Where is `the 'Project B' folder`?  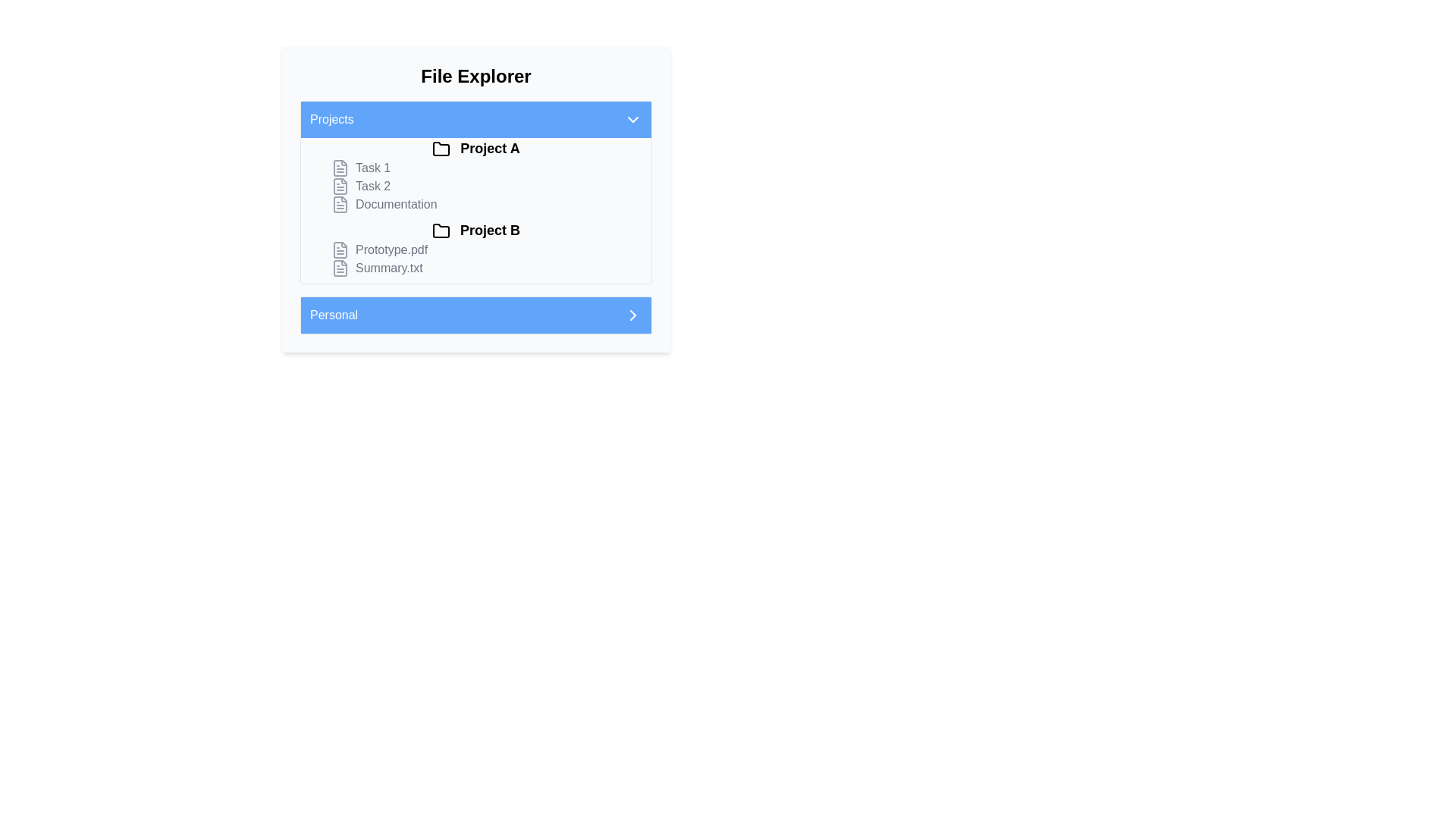 the 'Project B' folder is located at coordinates (475, 247).